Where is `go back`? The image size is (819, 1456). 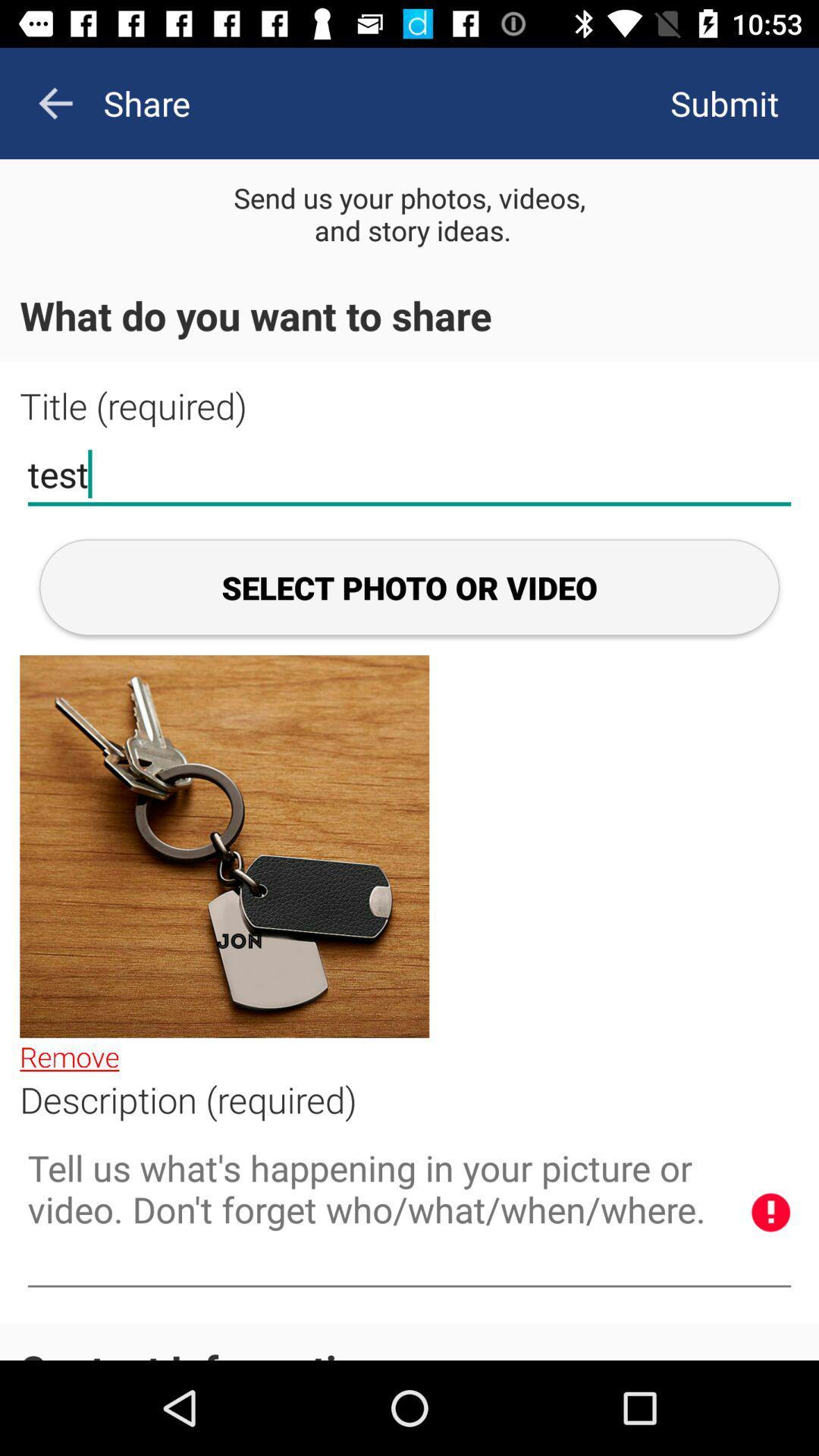 go back is located at coordinates (55, 102).